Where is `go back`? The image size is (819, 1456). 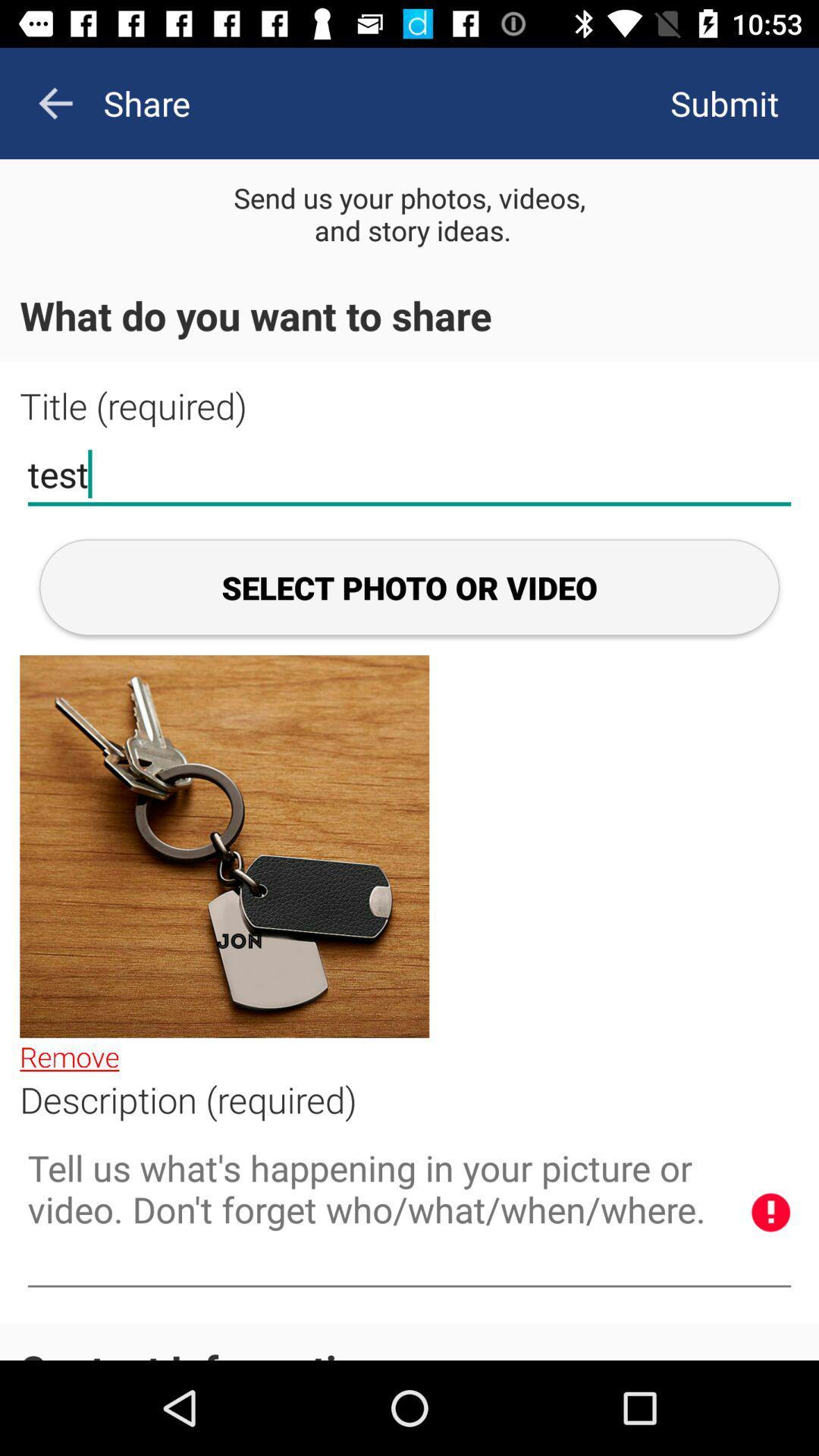 go back is located at coordinates (55, 102).